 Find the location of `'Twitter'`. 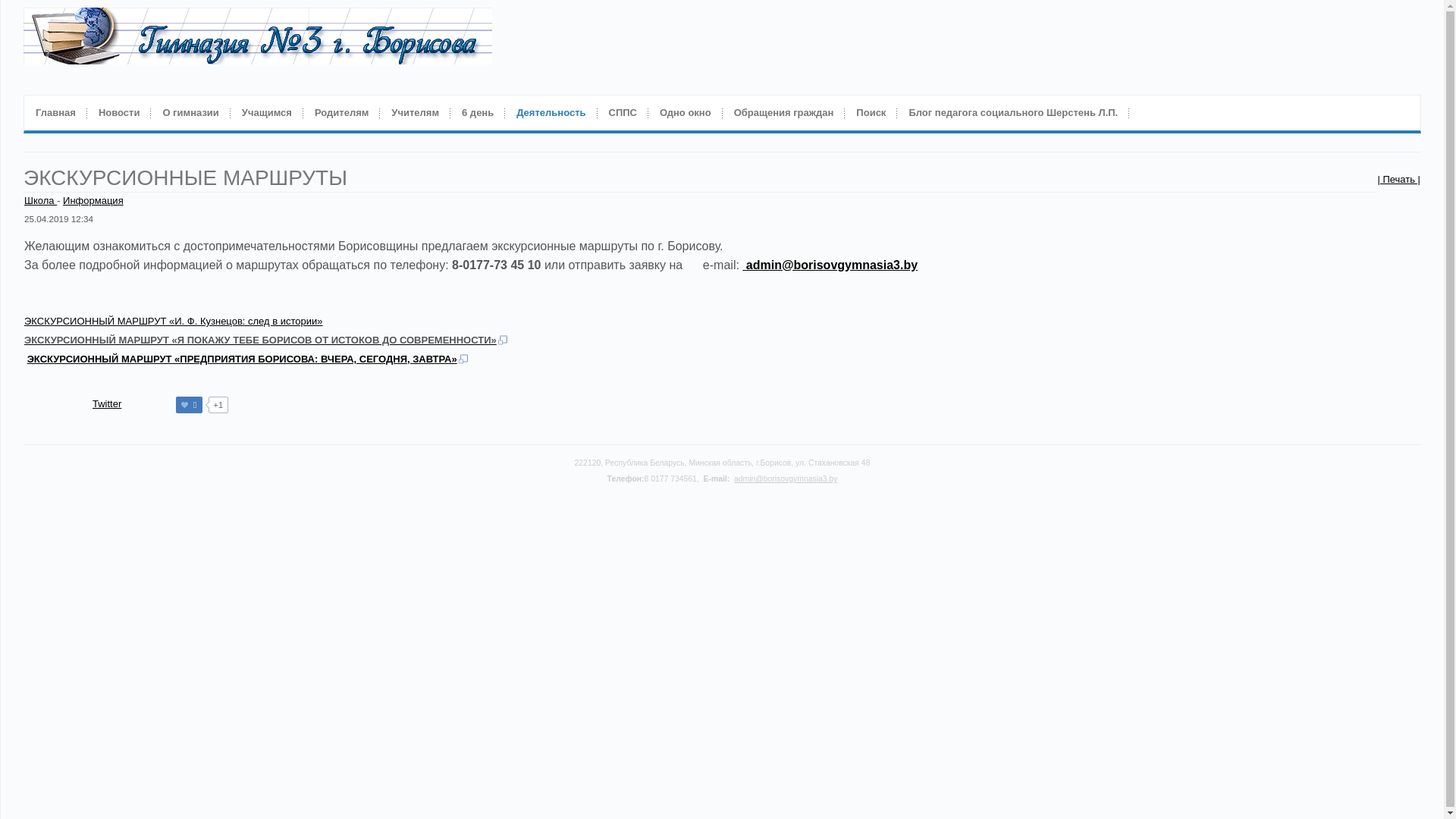

'Twitter' is located at coordinates (105, 403).